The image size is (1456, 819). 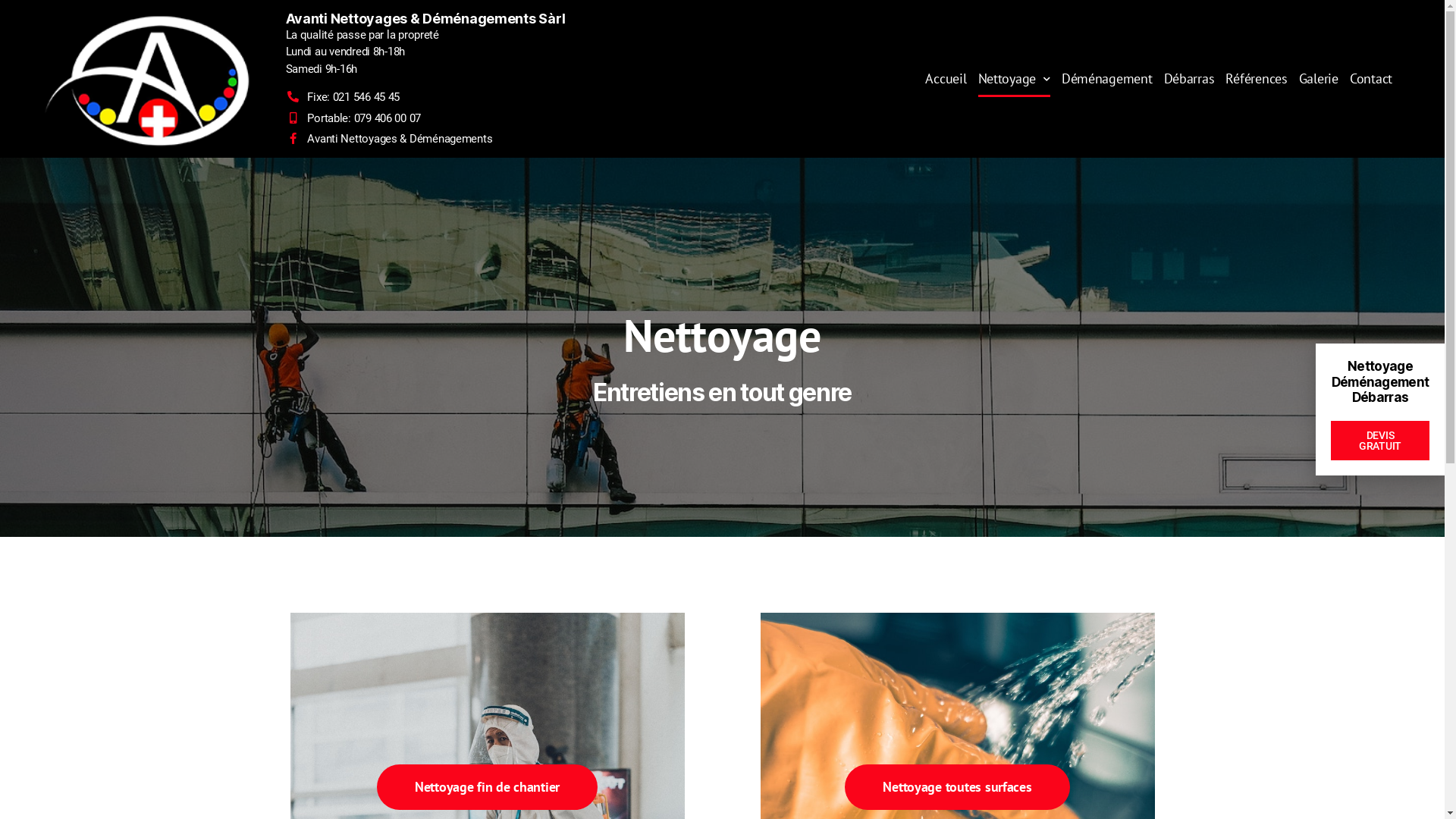 I want to click on 'Nettoyage toutes surfaces', so click(x=956, y=786).